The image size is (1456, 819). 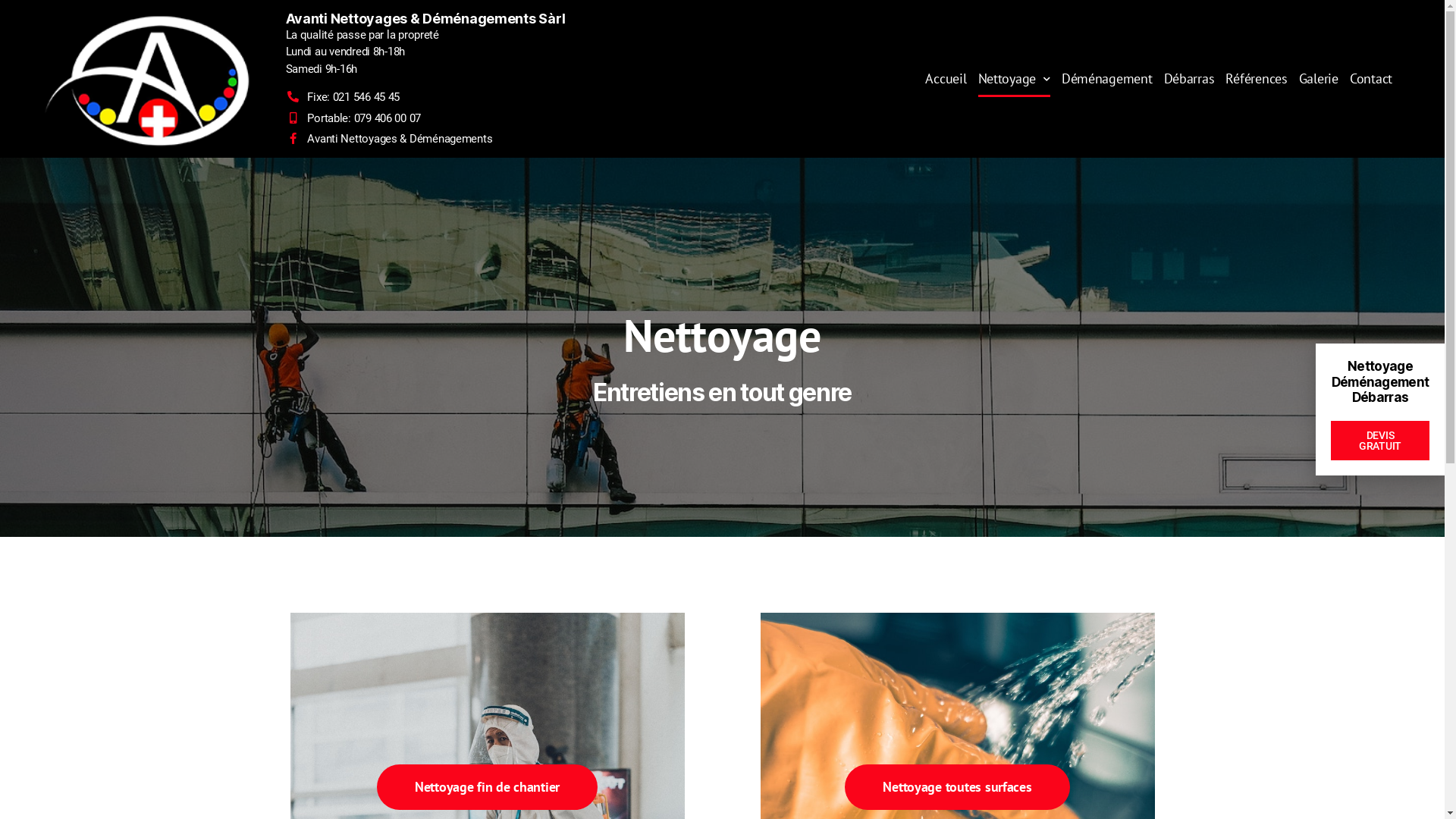 I want to click on 'Nettoyage toutes surfaces', so click(x=956, y=786).